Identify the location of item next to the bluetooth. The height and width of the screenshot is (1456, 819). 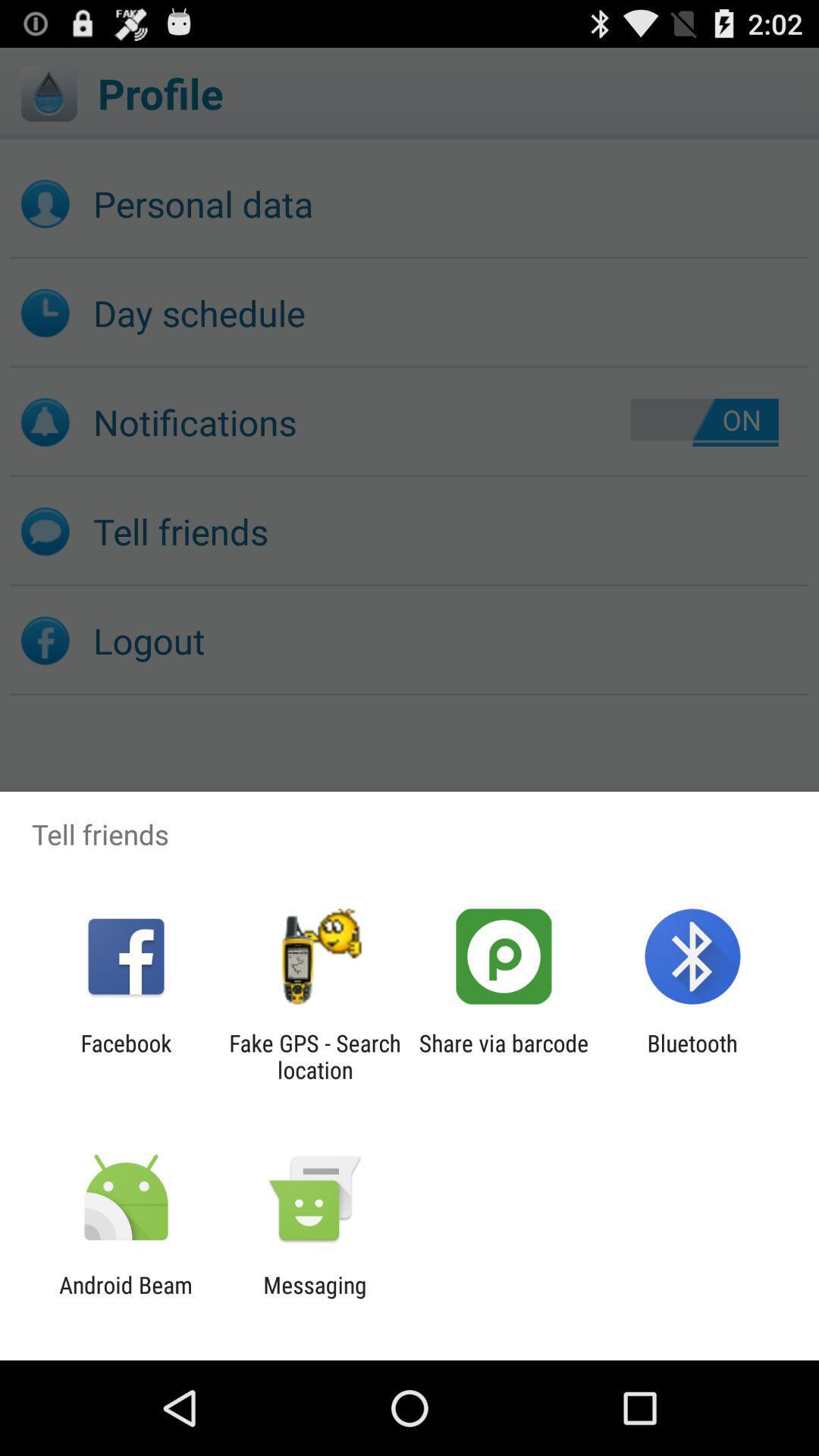
(504, 1056).